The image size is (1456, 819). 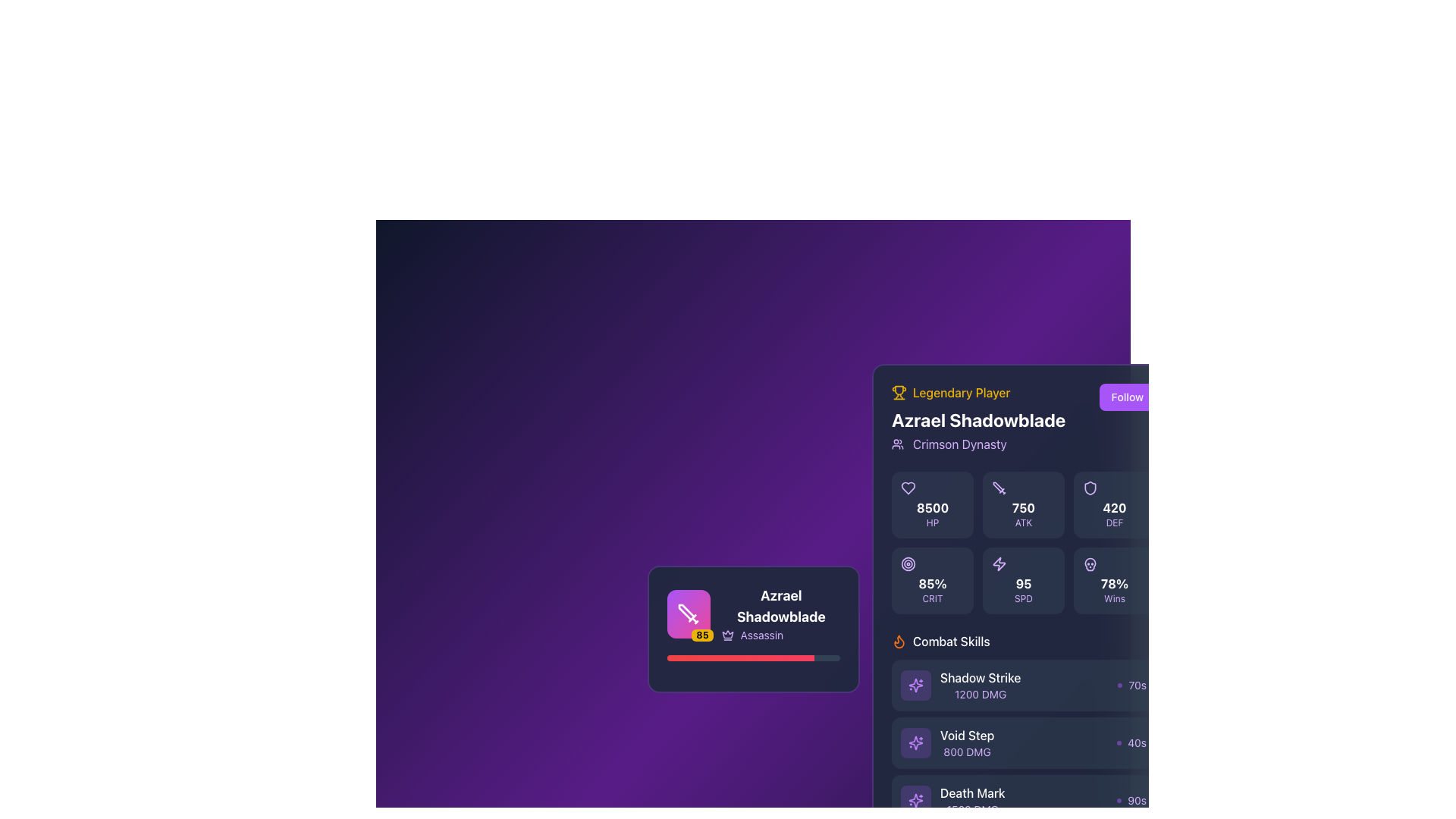 I want to click on text displayed in the 'Shadow Strike' label, which is in white font and part of the skill description in the Combat Skills section, so click(x=980, y=677).